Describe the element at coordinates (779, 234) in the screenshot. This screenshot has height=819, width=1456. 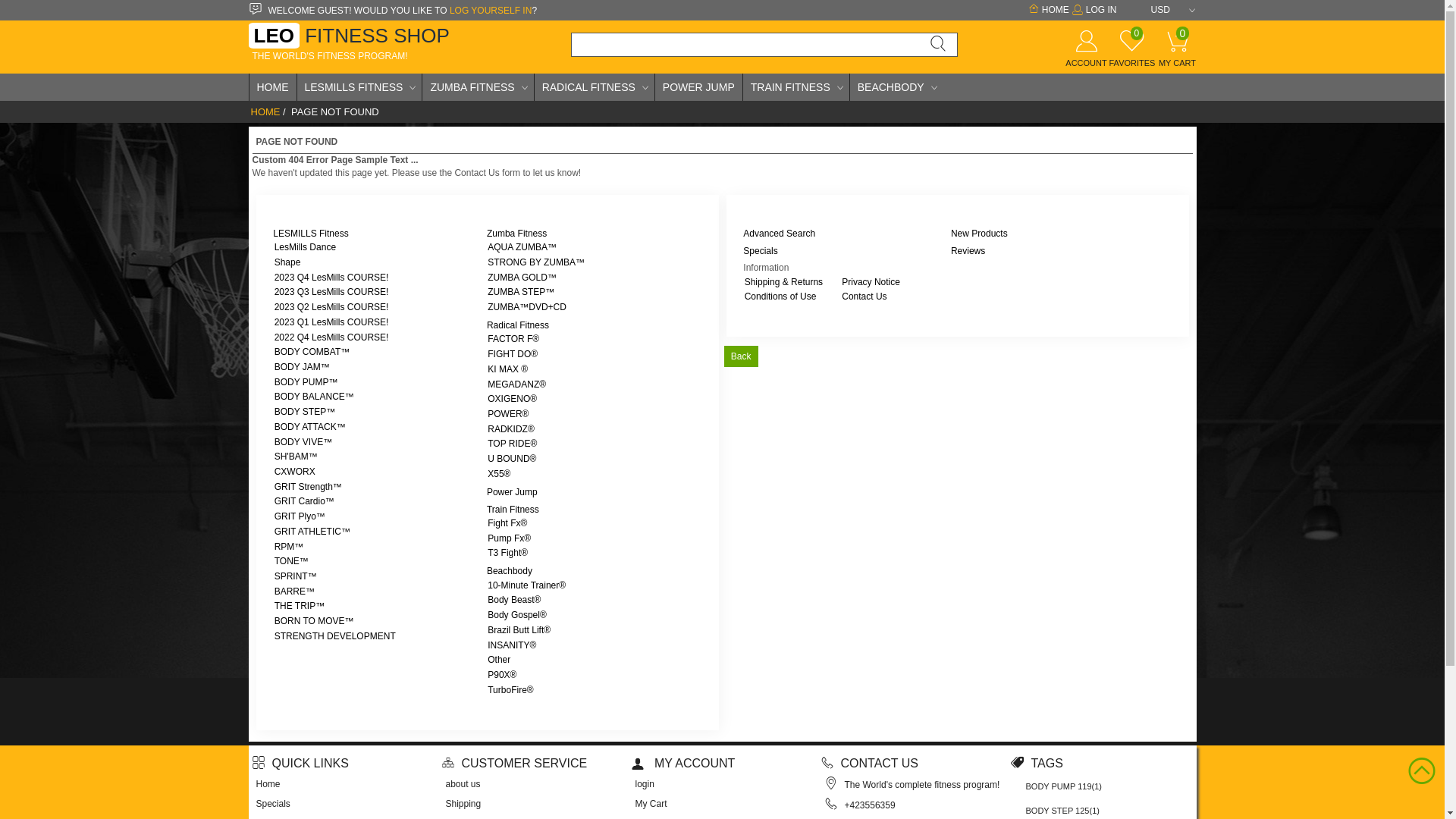
I see `'Advanced Search'` at that location.